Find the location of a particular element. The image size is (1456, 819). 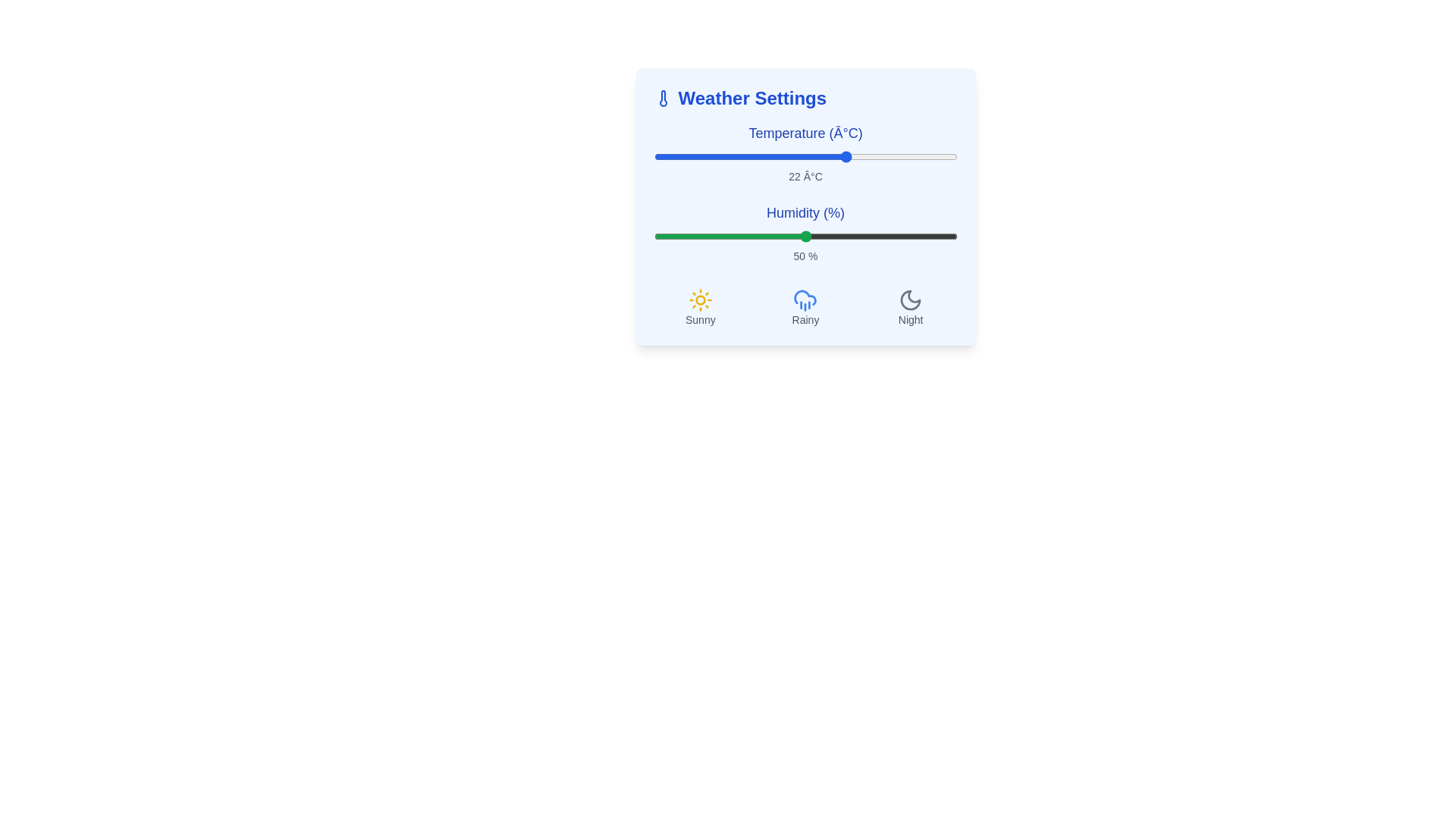

the temperature is located at coordinates (660, 157).